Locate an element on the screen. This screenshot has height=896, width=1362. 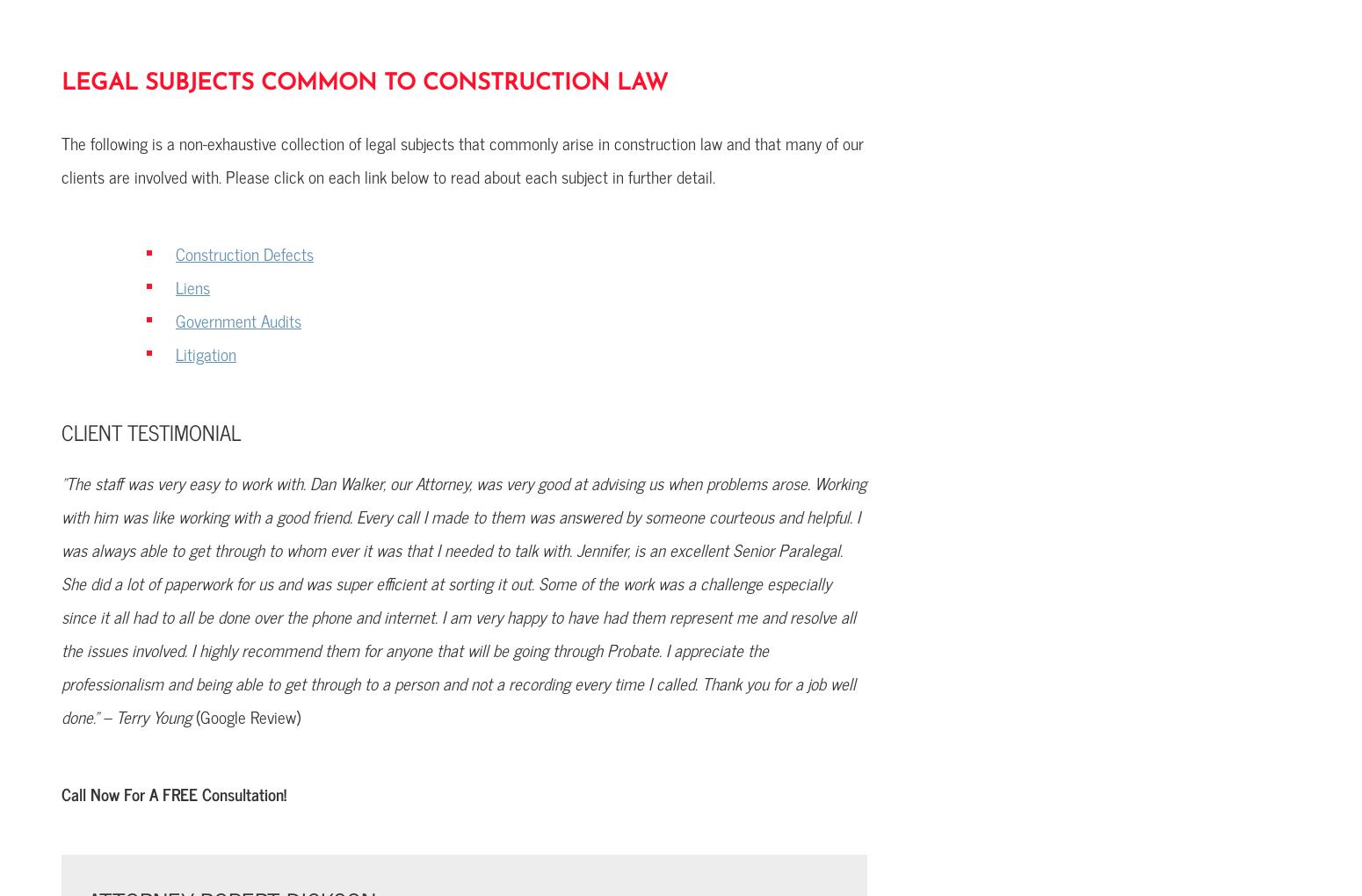
'”The staff was very easy to work with. Dan Walker, our Attorney, was very good at advising us when problems arose. Working with him was like working with a good friend. Every call I made to them was answered by someone courteous and helpful. I was always able to get through to whom ever it was that I needed to talk with. Jennifer, is an excellent Senior Paralegal. She did a lot of paperwork for us and was super efficient at sorting it out. Some of the work was a challenge especially since it all had to all be done over the phone and internet.  I am very happy to have had them represent me and resolve all the issues involved. I highly recommend them for anyone that will be going through Probate. I appreciate the professionalism and being able to get through to a person and not a recording every time I called. Thank you for a job well done.” – Terry Young' is located at coordinates (462, 598).